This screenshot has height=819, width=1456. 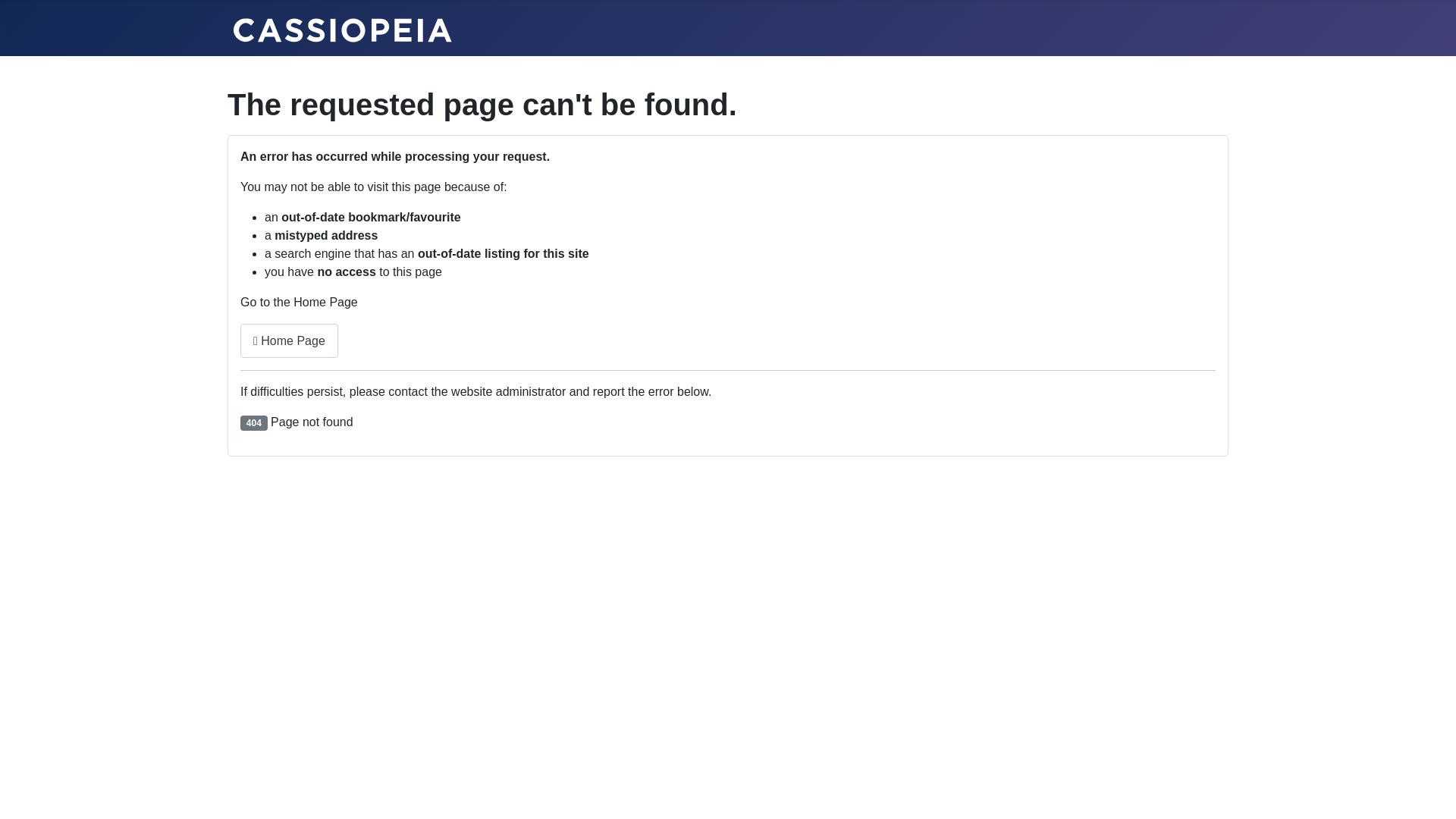 What do you see at coordinates (289, 340) in the screenshot?
I see `'Home Page'` at bounding box center [289, 340].